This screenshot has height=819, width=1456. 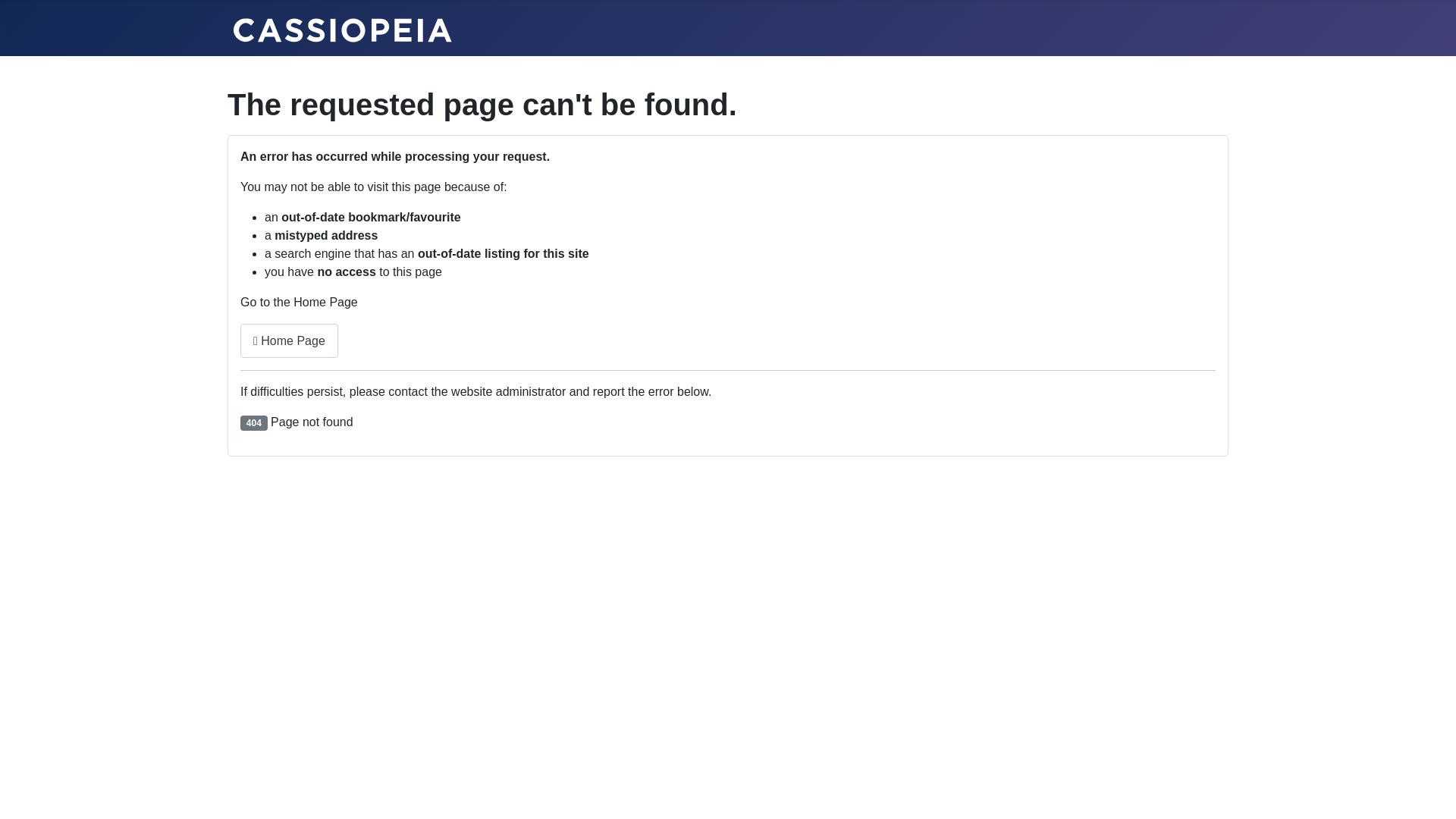 What do you see at coordinates (289, 340) in the screenshot?
I see `'Home Page'` at bounding box center [289, 340].